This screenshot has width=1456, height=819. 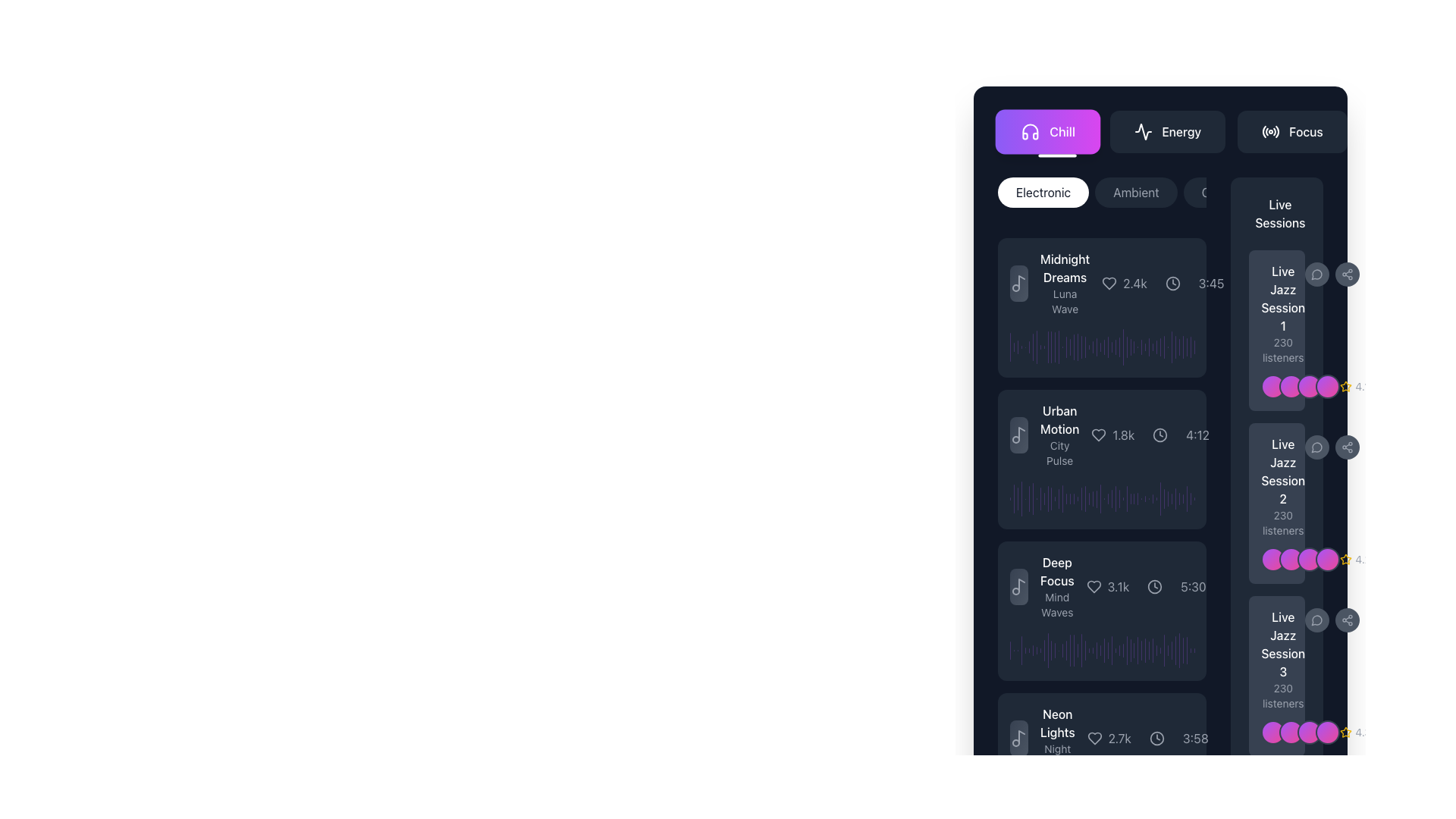 What do you see at coordinates (1064, 301) in the screenshot?
I see `the static text label 'Luna Wave' which is styled in a smaller, gray-colored font, positioned directly below its sibling text 'Midnight Dreams' within the left sidebar interface panel` at bounding box center [1064, 301].